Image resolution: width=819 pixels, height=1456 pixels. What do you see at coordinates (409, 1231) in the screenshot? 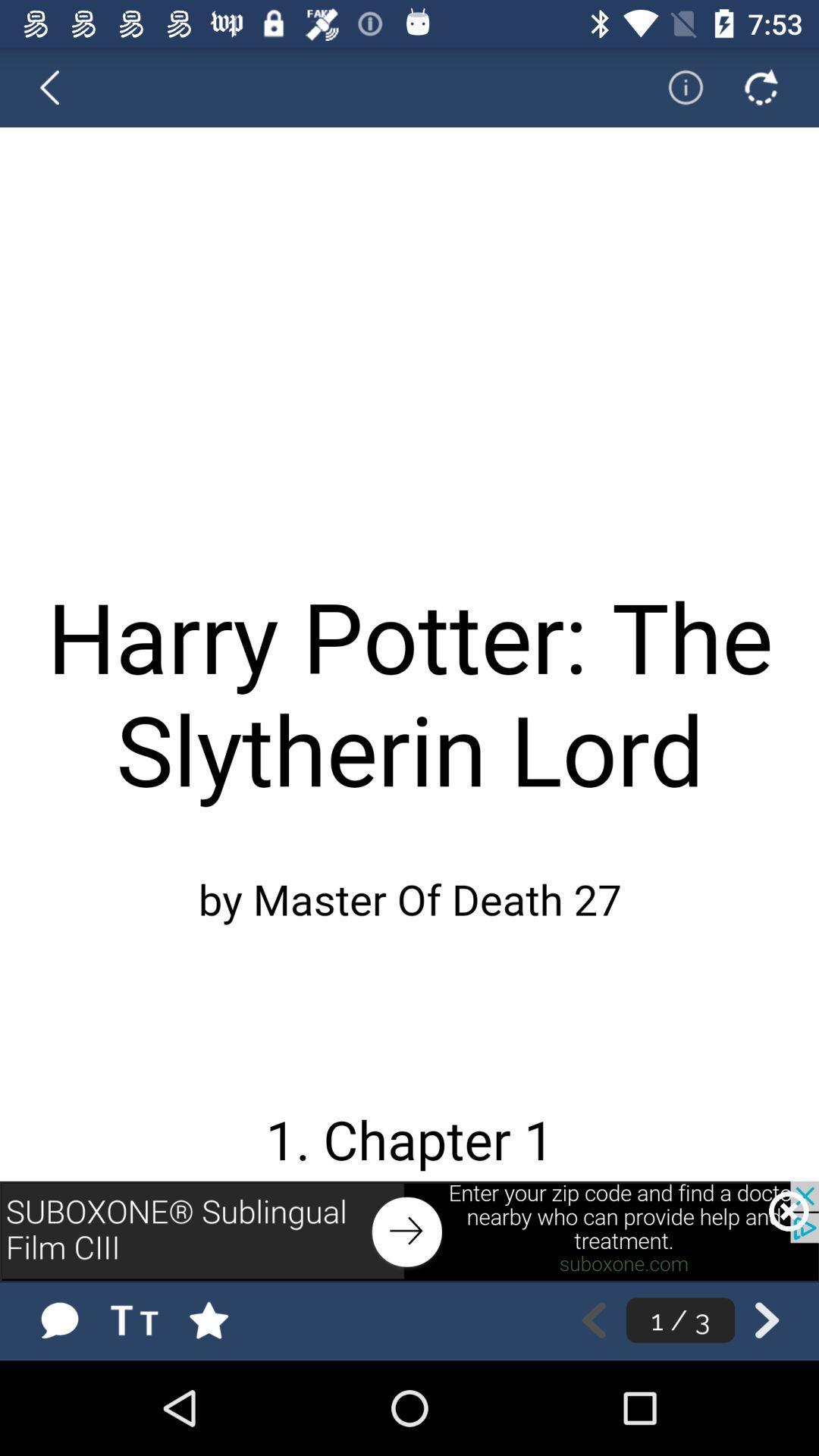
I see `so the advertisement` at bounding box center [409, 1231].